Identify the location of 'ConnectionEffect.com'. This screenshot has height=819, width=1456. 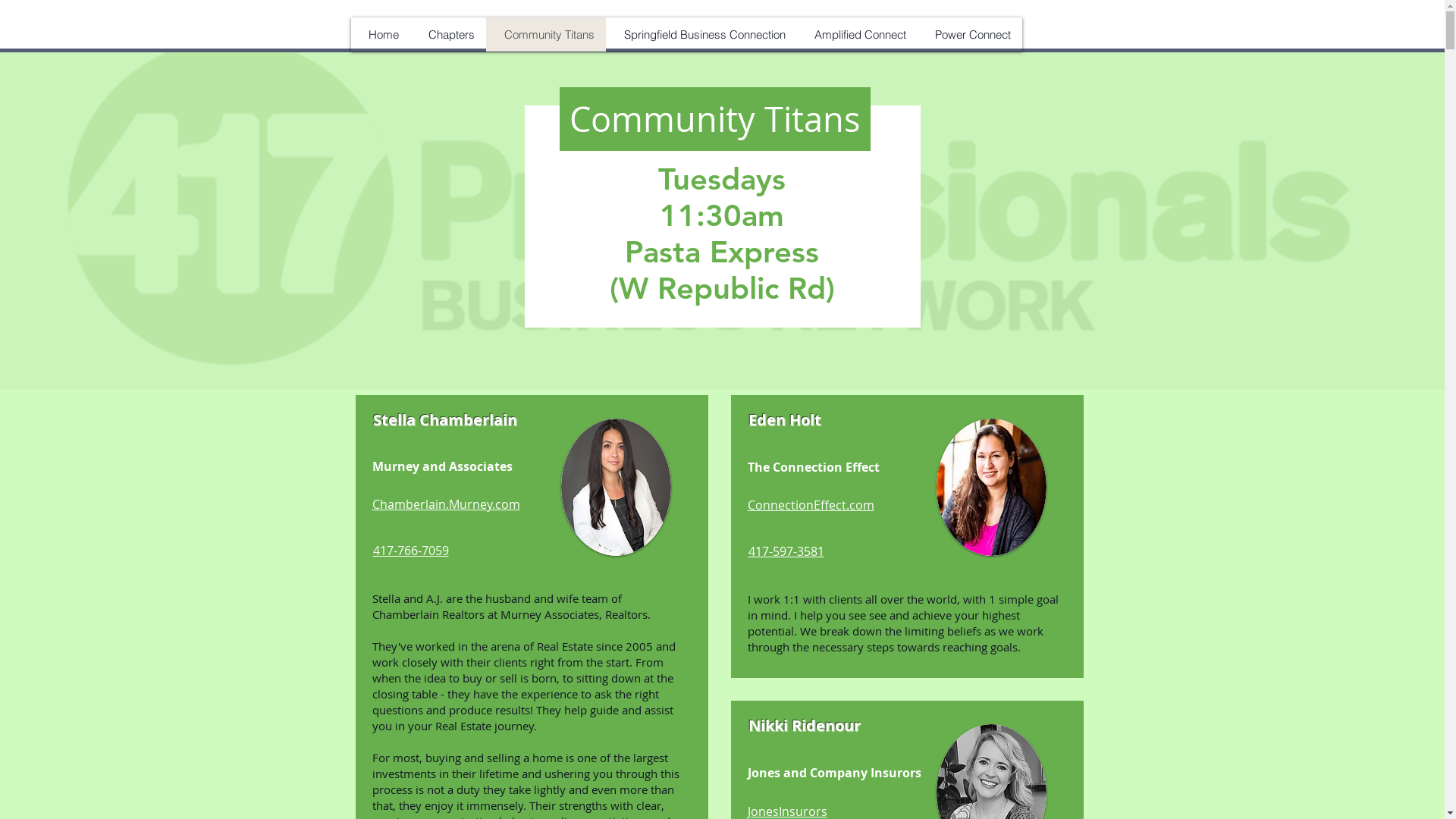
(810, 505).